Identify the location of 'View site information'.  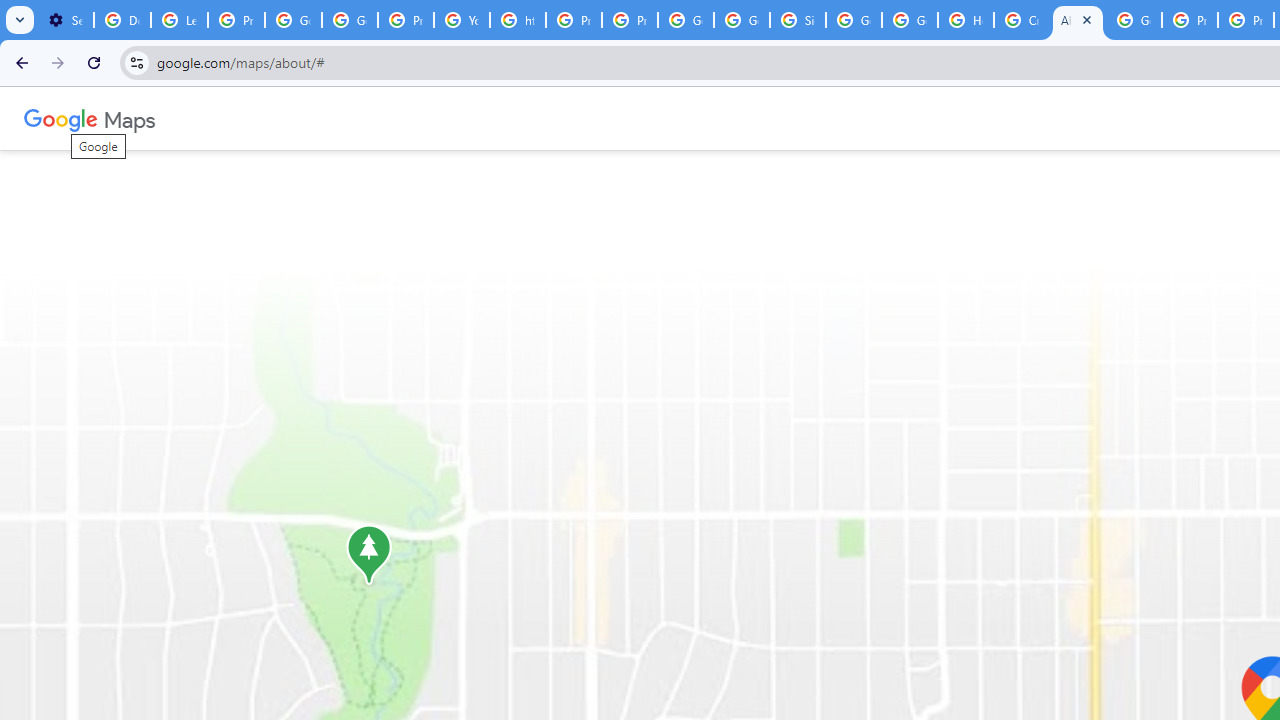
(135, 61).